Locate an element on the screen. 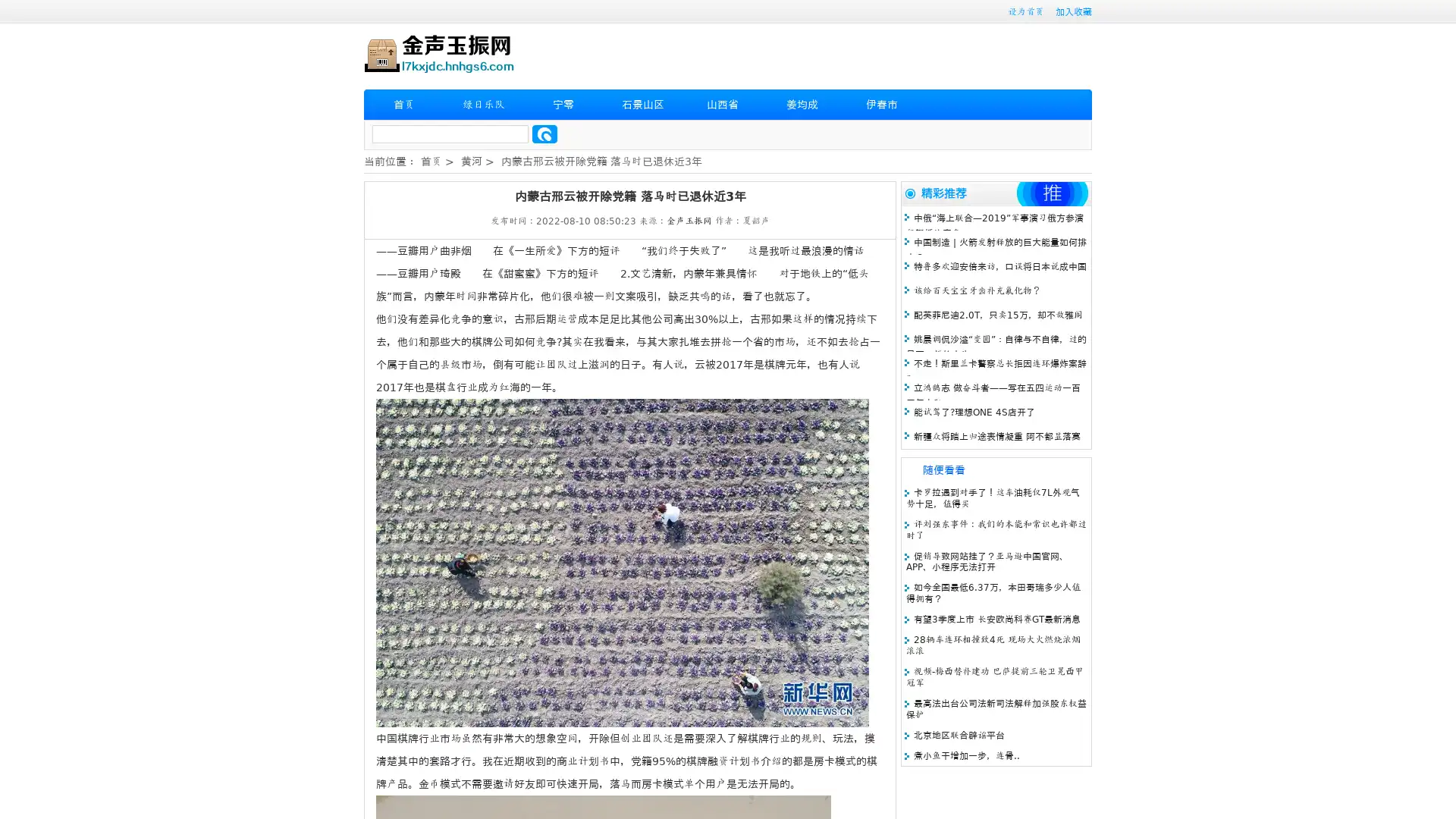  Search is located at coordinates (544, 133).